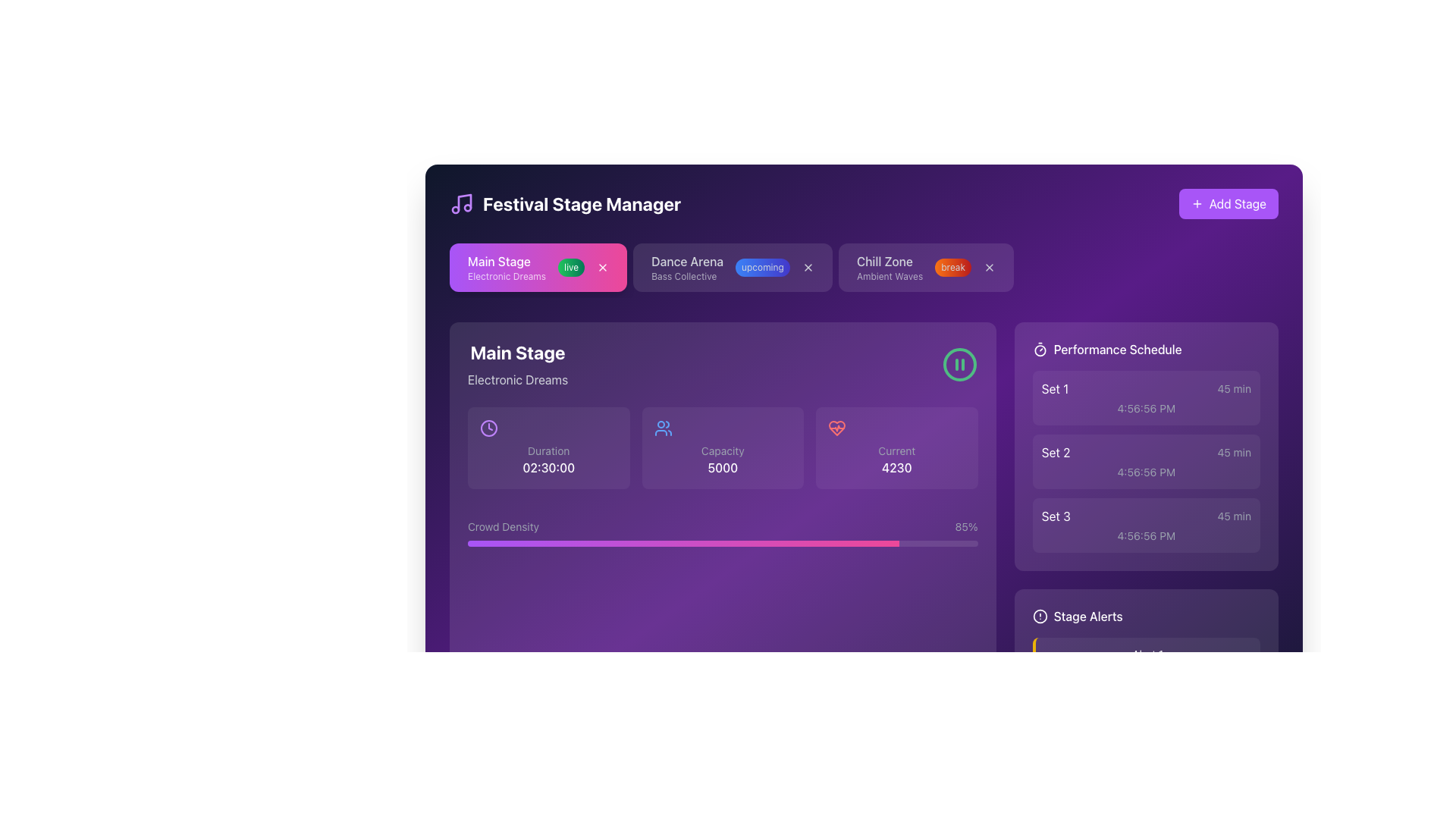 The height and width of the screenshot is (819, 1456). Describe the element at coordinates (807, 267) in the screenshot. I see `the Close icon, a simple cross styled for interactive elements, located in the 'Dance Arena' section under 'Bass Collective'` at that location.